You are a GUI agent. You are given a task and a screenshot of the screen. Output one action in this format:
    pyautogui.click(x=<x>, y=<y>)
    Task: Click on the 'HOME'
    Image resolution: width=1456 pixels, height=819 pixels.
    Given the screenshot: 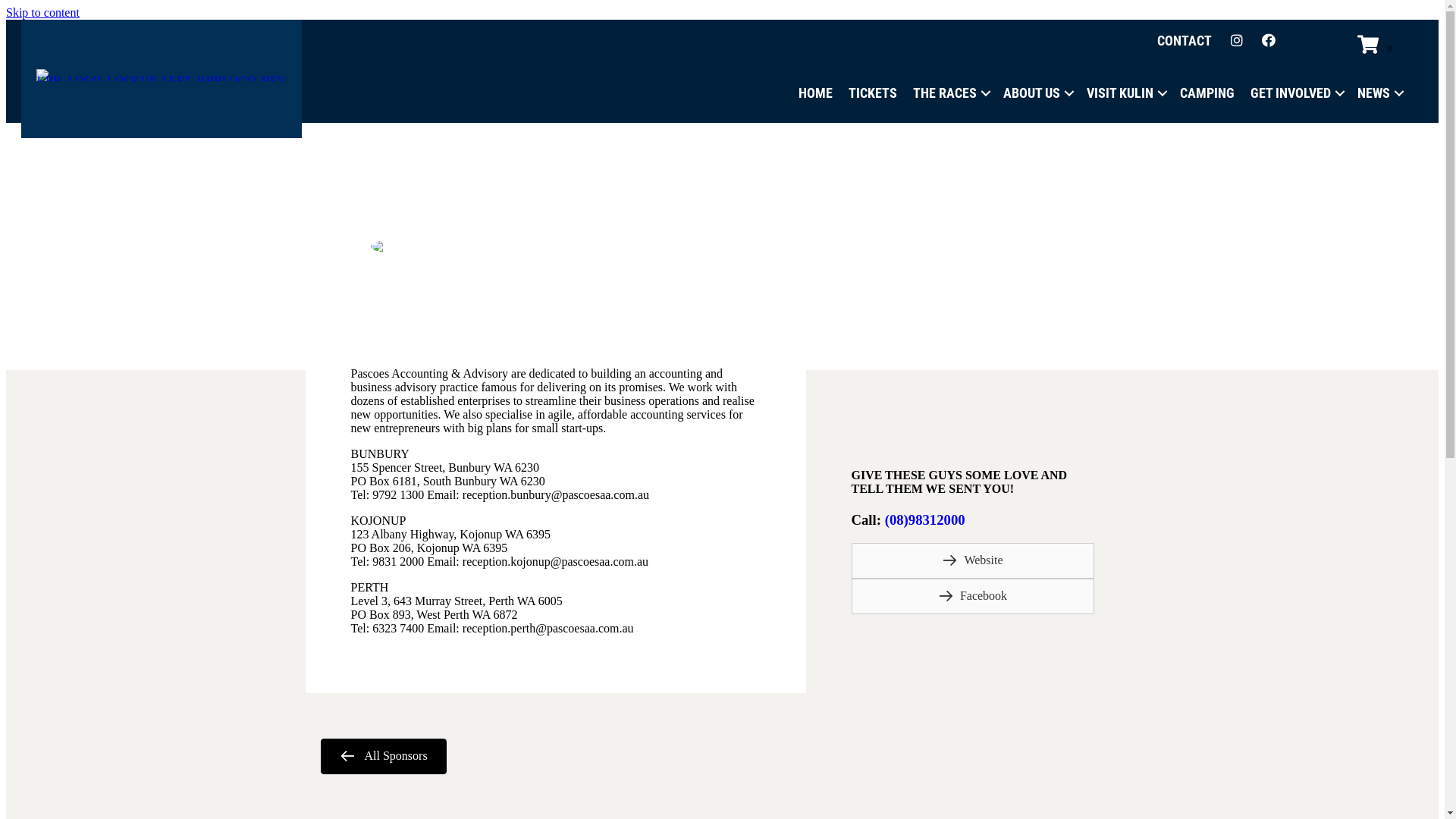 What is the action you would take?
    pyautogui.click(x=814, y=93)
    